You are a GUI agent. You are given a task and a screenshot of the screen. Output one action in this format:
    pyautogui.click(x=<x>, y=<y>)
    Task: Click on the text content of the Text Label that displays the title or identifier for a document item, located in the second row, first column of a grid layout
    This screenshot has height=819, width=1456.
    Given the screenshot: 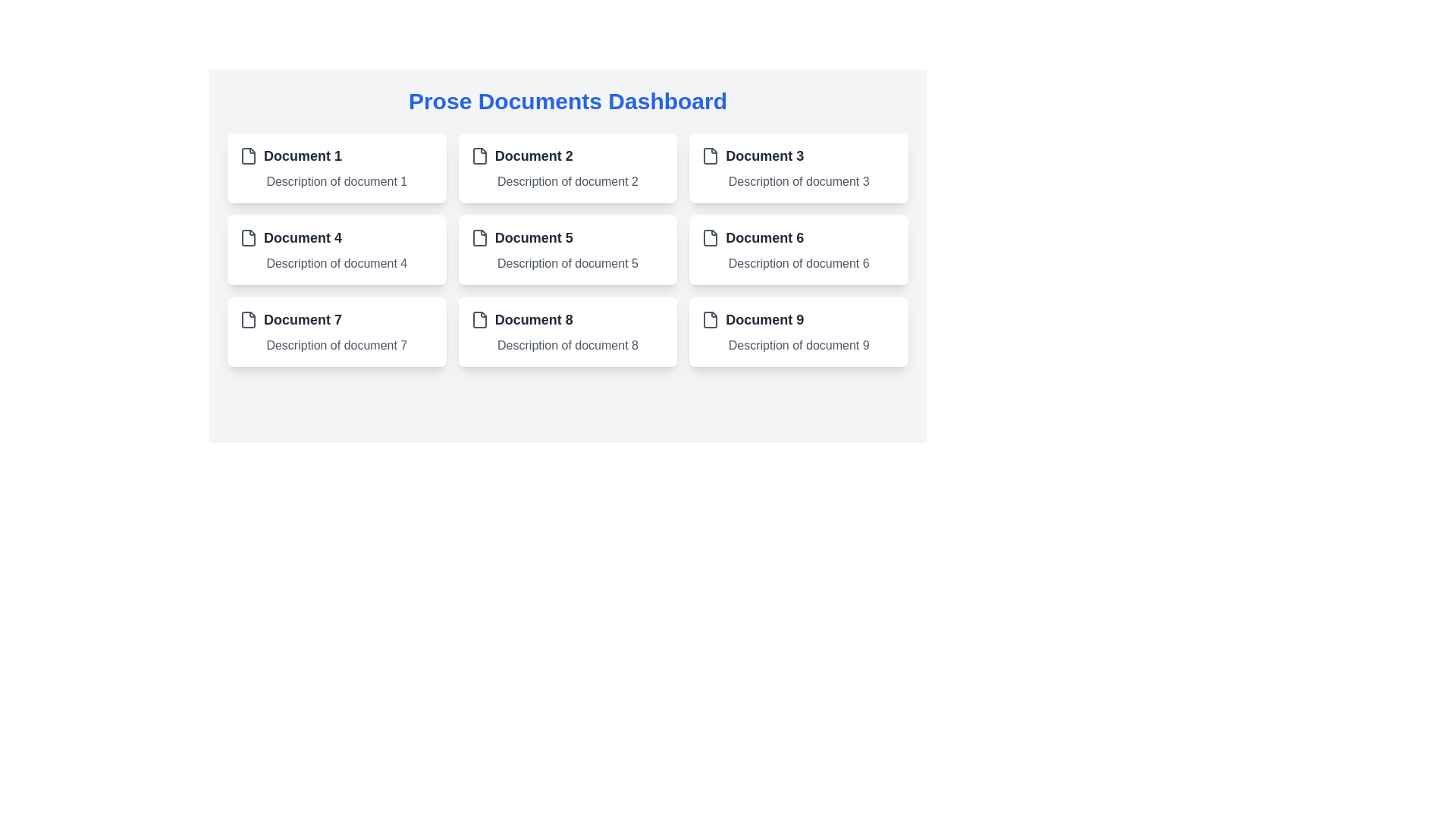 What is the action you would take?
    pyautogui.click(x=534, y=237)
    